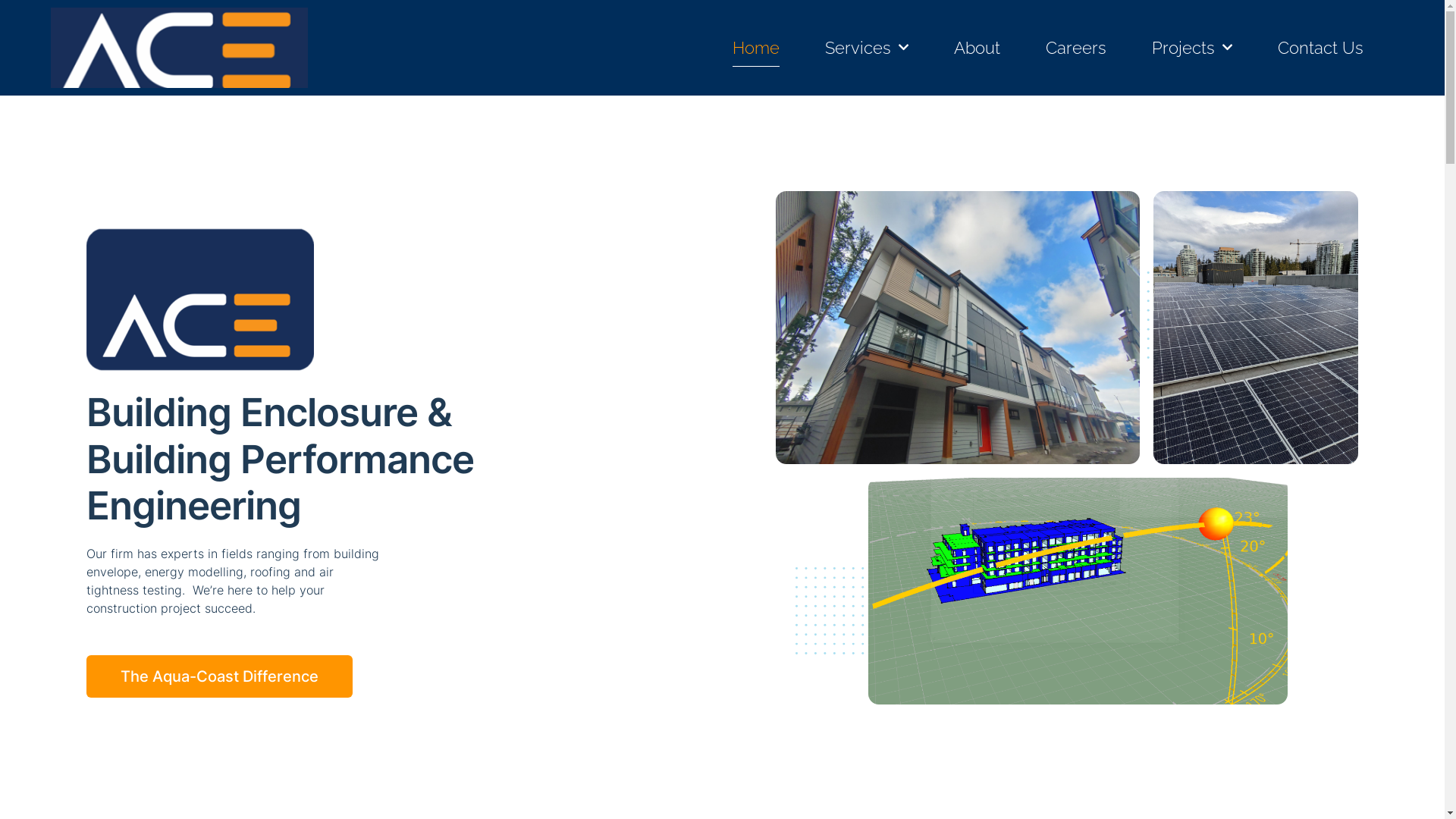 This screenshot has height=819, width=1456. I want to click on 'Logo aug 2022 v2', so click(178, 46).